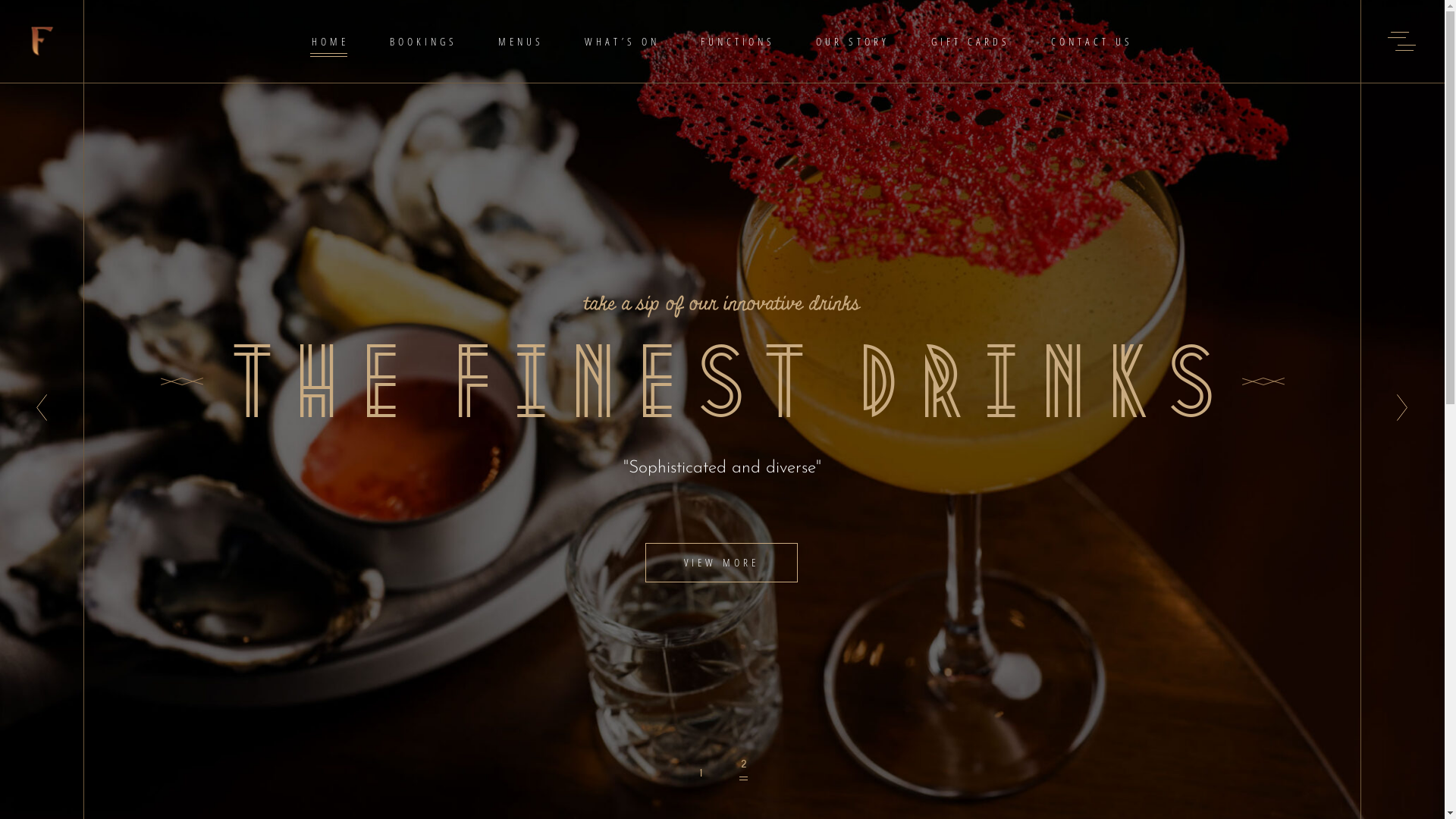  Describe the element at coordinates (423, 40) in the screenshot. I see `'BOOKINGS'` at that location.